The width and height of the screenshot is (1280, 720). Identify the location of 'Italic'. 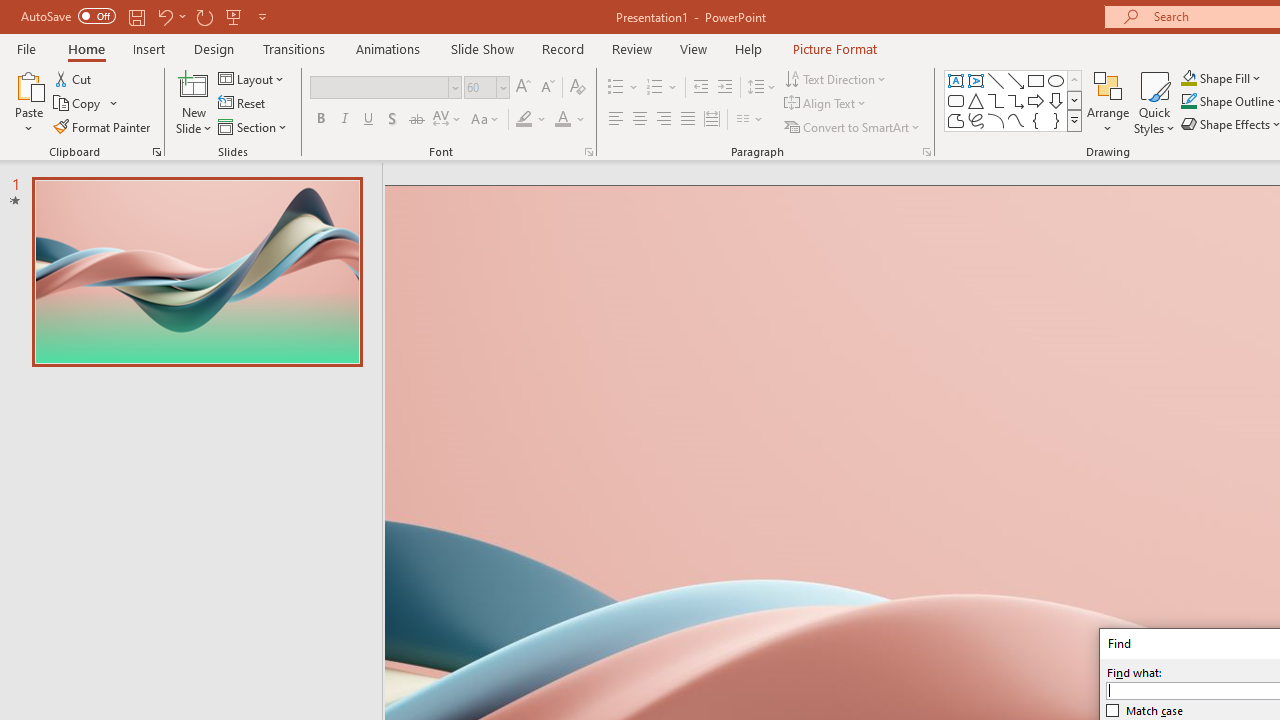
(344, 119).